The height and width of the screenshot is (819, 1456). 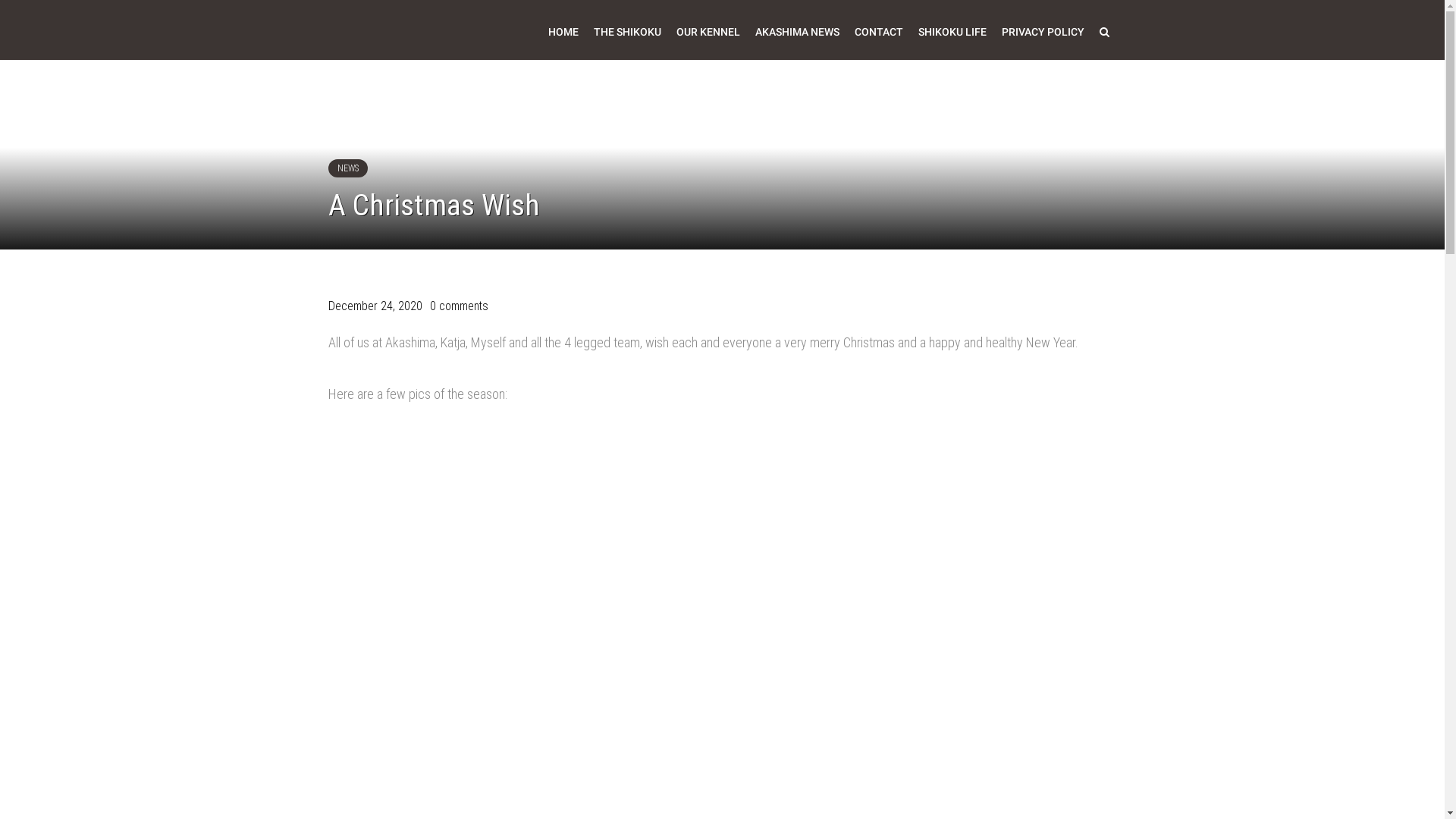 What do you see at coordinates (539, 32) in the screenshot?
I see `'HOME'` at bounding box center [539, 32].